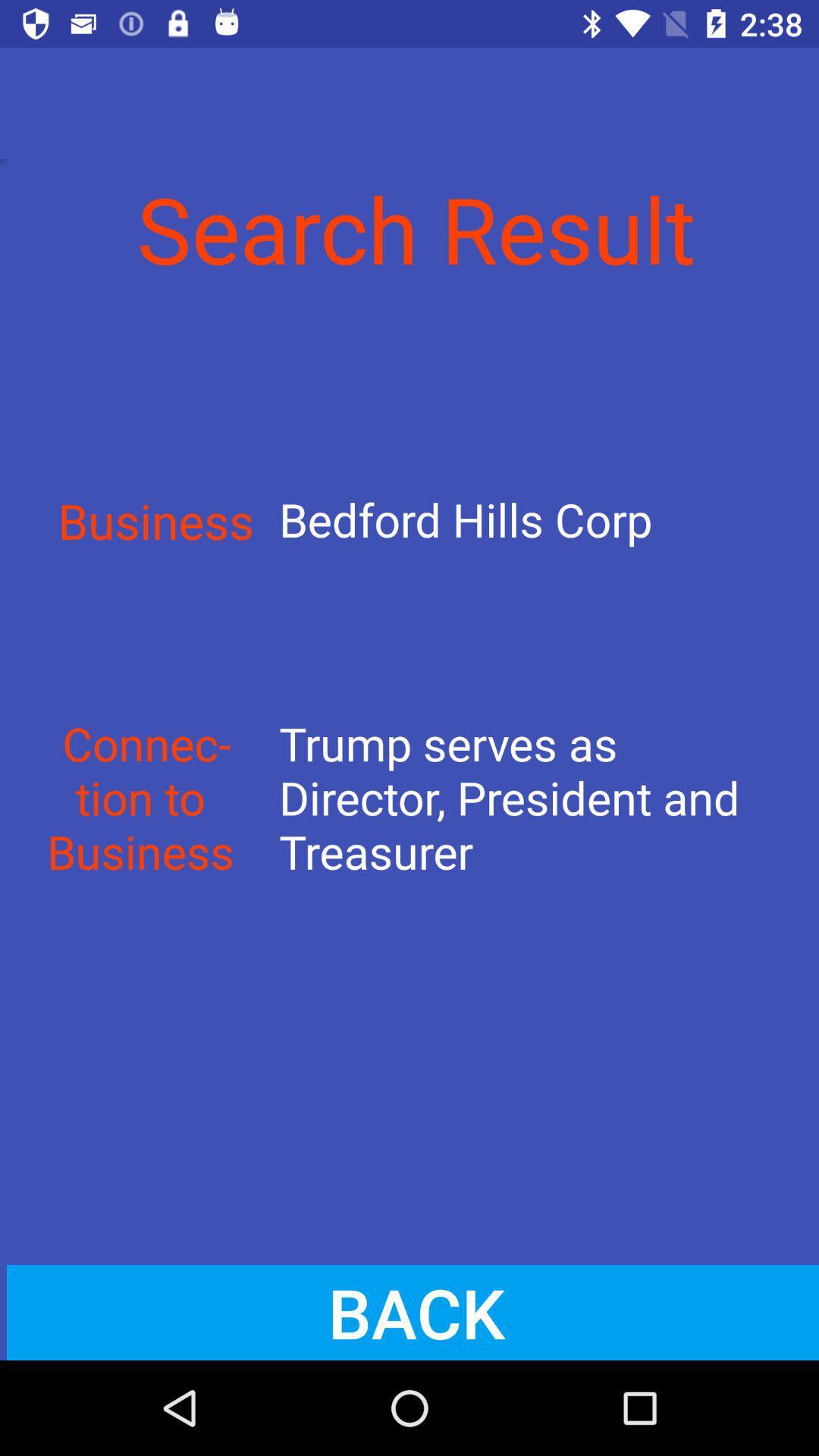 This screenshot has height=1456, width=819. Describe the element at coordinates (409, 1312) in the screenshot. I see `the back` at that location.